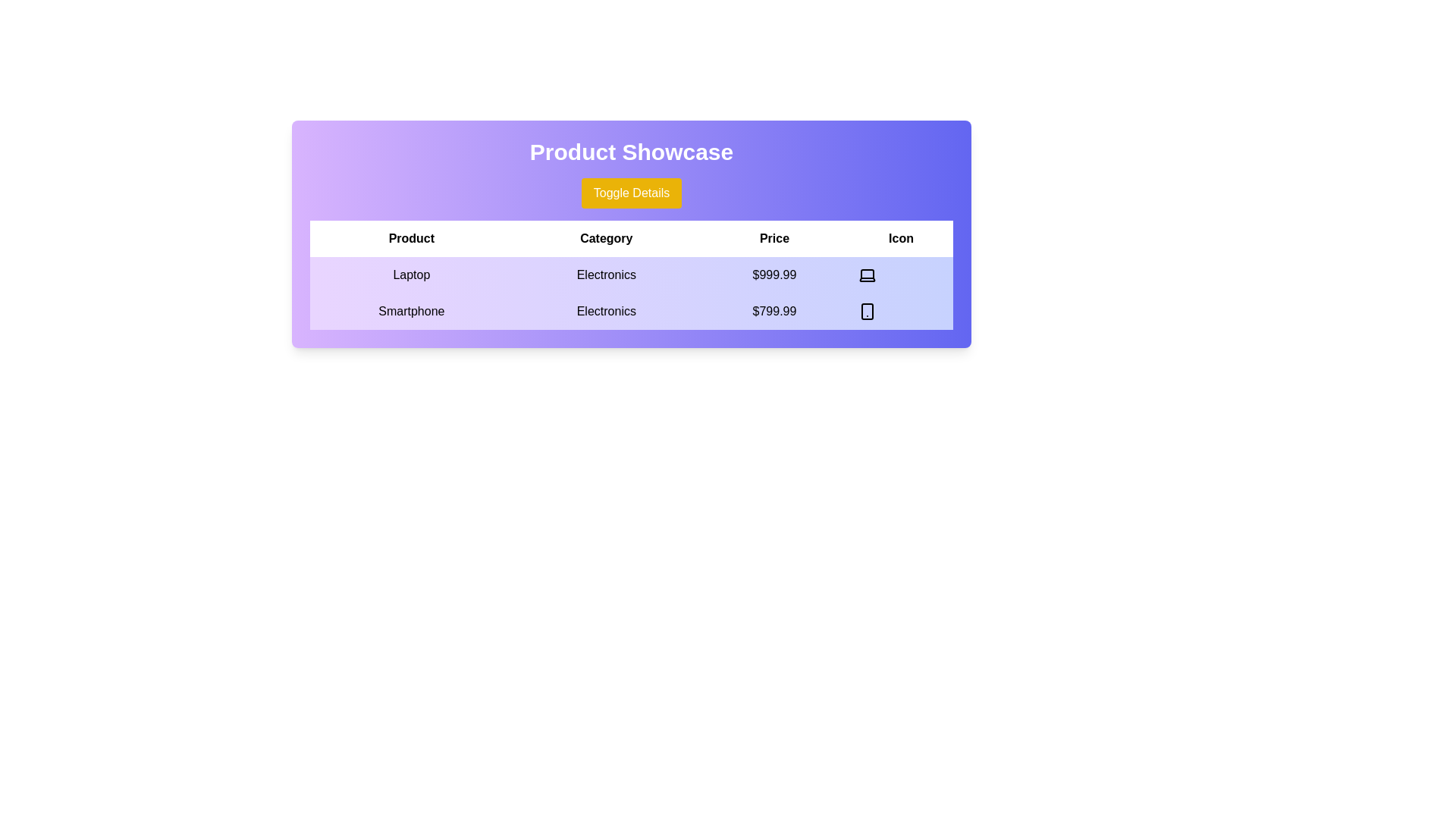  What do you see at coordinates (605, 239) in the screenshot?
I see `the text label displaying 'Category', which is the second header in a row of four at the top of a data table, positioned between 'Product' and 'Price'` at bounding box center [605, 239].